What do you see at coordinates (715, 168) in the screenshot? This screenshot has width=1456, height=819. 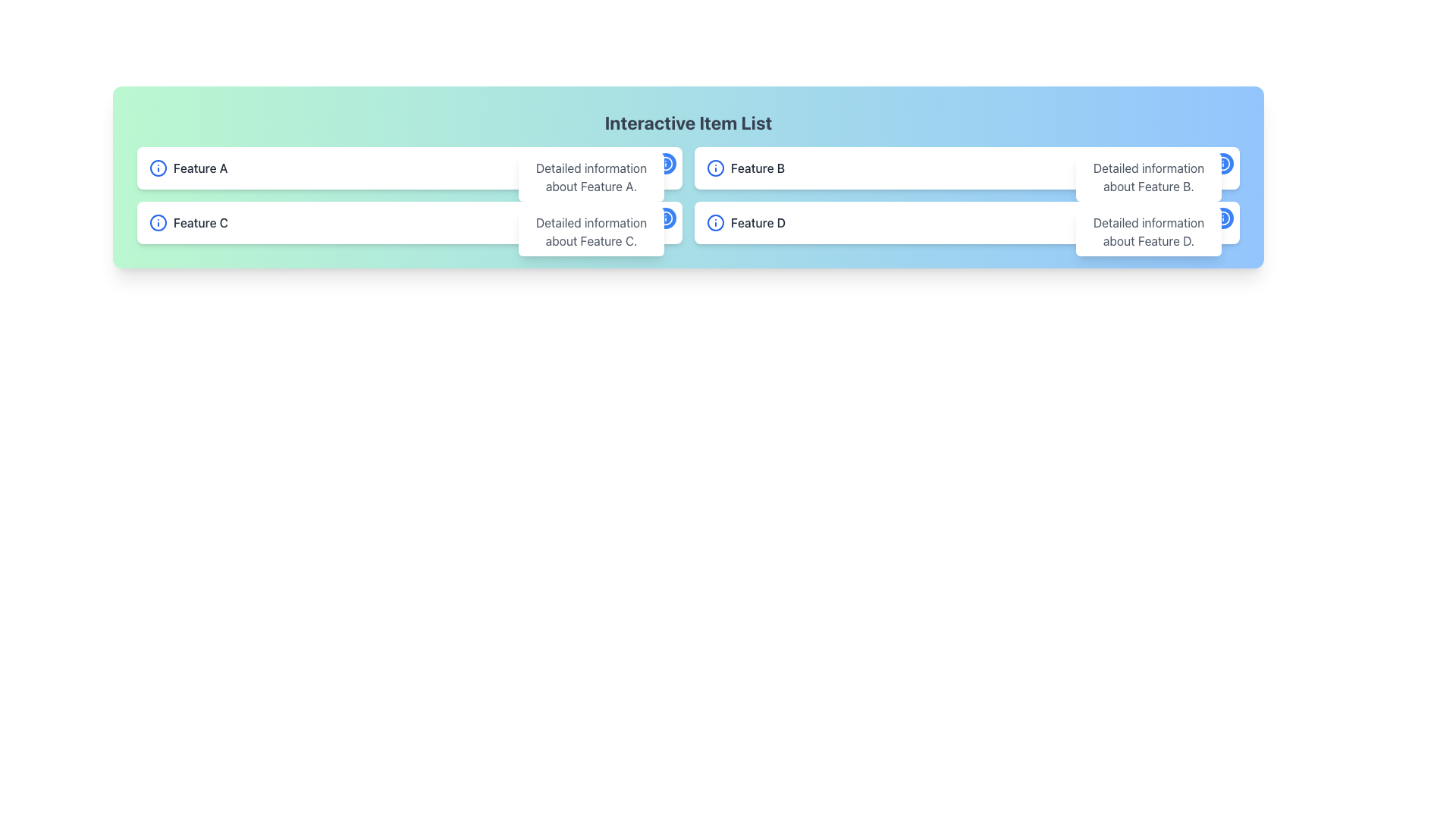 I see `the circular blue-bordered icon with a lowercase 'i' that is located to the immediate left of 'Feature B' text on the second row of the list, as it serves as an information indicator` at bounding box center [715, 168].